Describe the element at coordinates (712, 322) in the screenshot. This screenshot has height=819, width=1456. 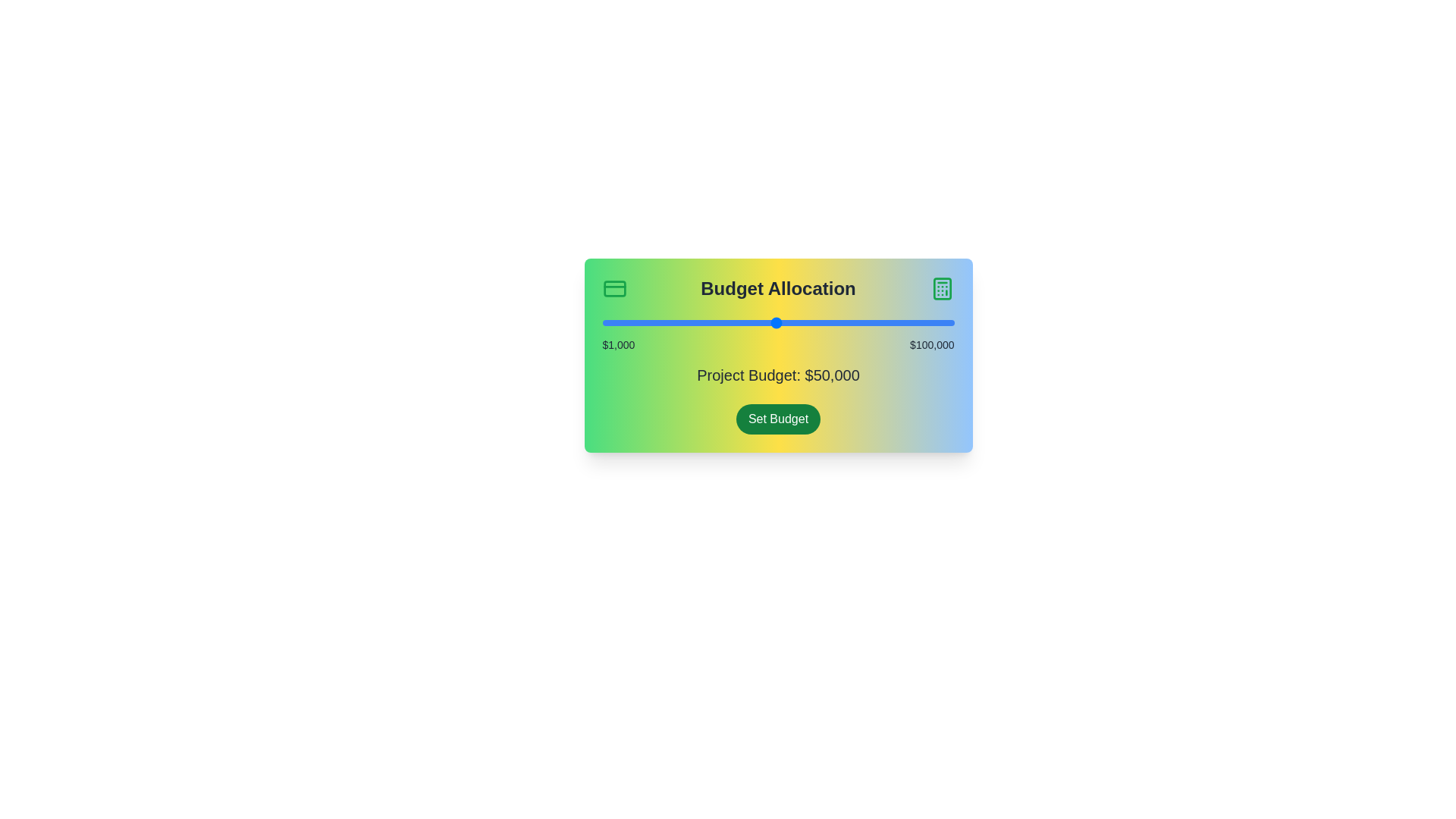
I see `the slider to set the budget to 32200` at that location.